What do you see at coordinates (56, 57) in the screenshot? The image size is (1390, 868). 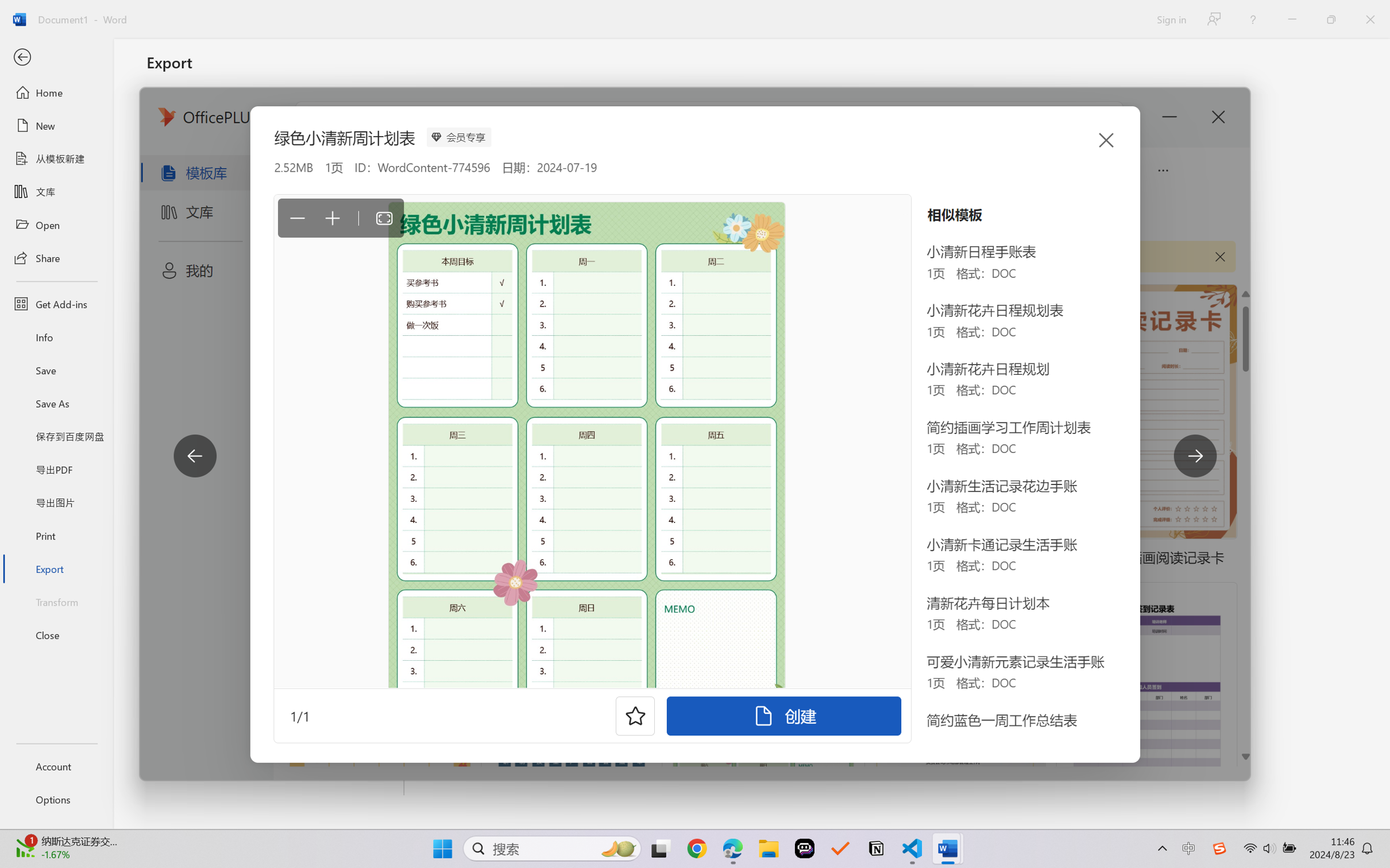 I see `'Back'` at bounding box center [56, 57].